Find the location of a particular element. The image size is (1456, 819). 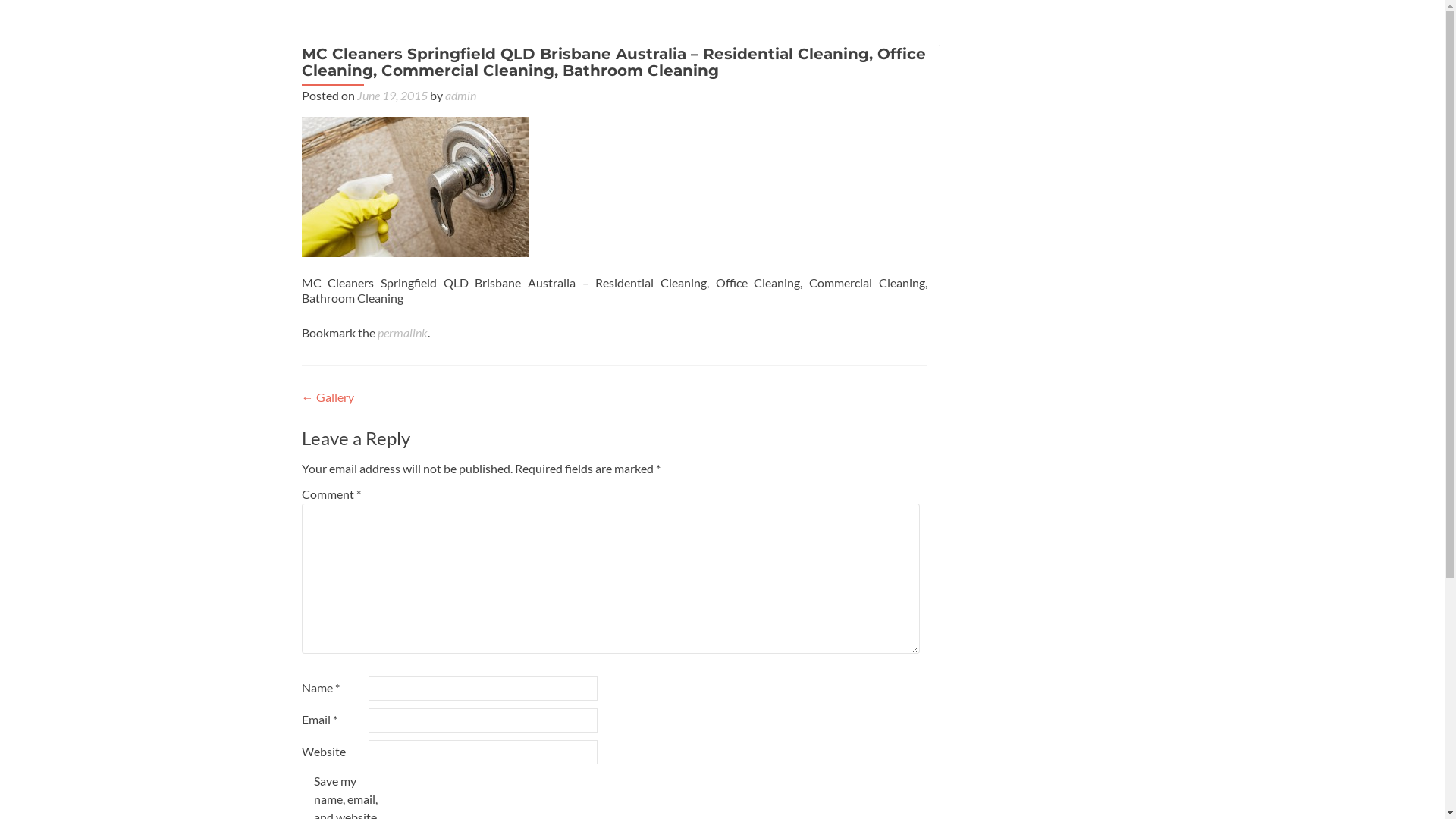

'permalink' is located at coordinates (403, 331).